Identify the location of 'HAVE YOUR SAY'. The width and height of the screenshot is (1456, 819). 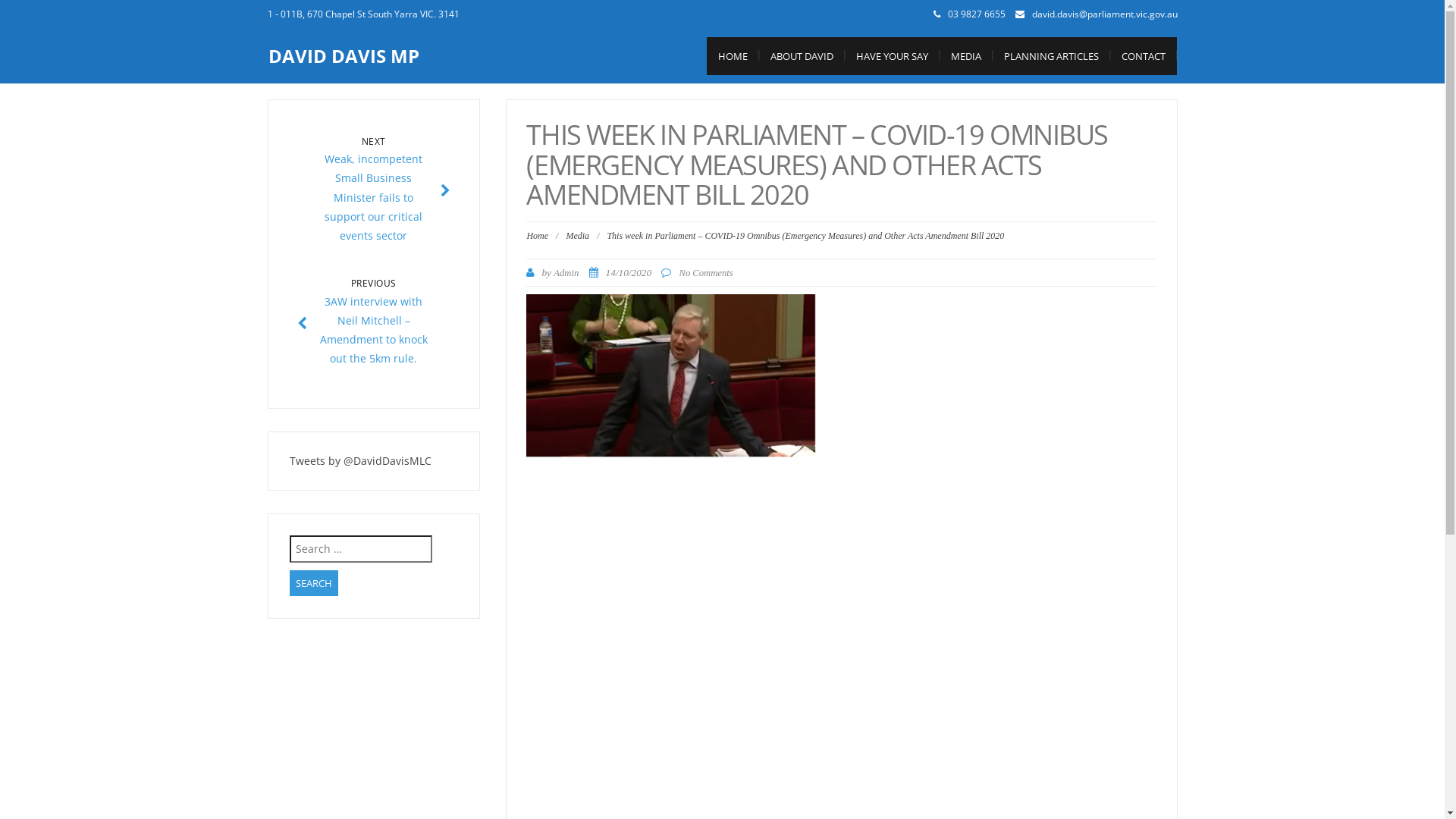
(892, 55).